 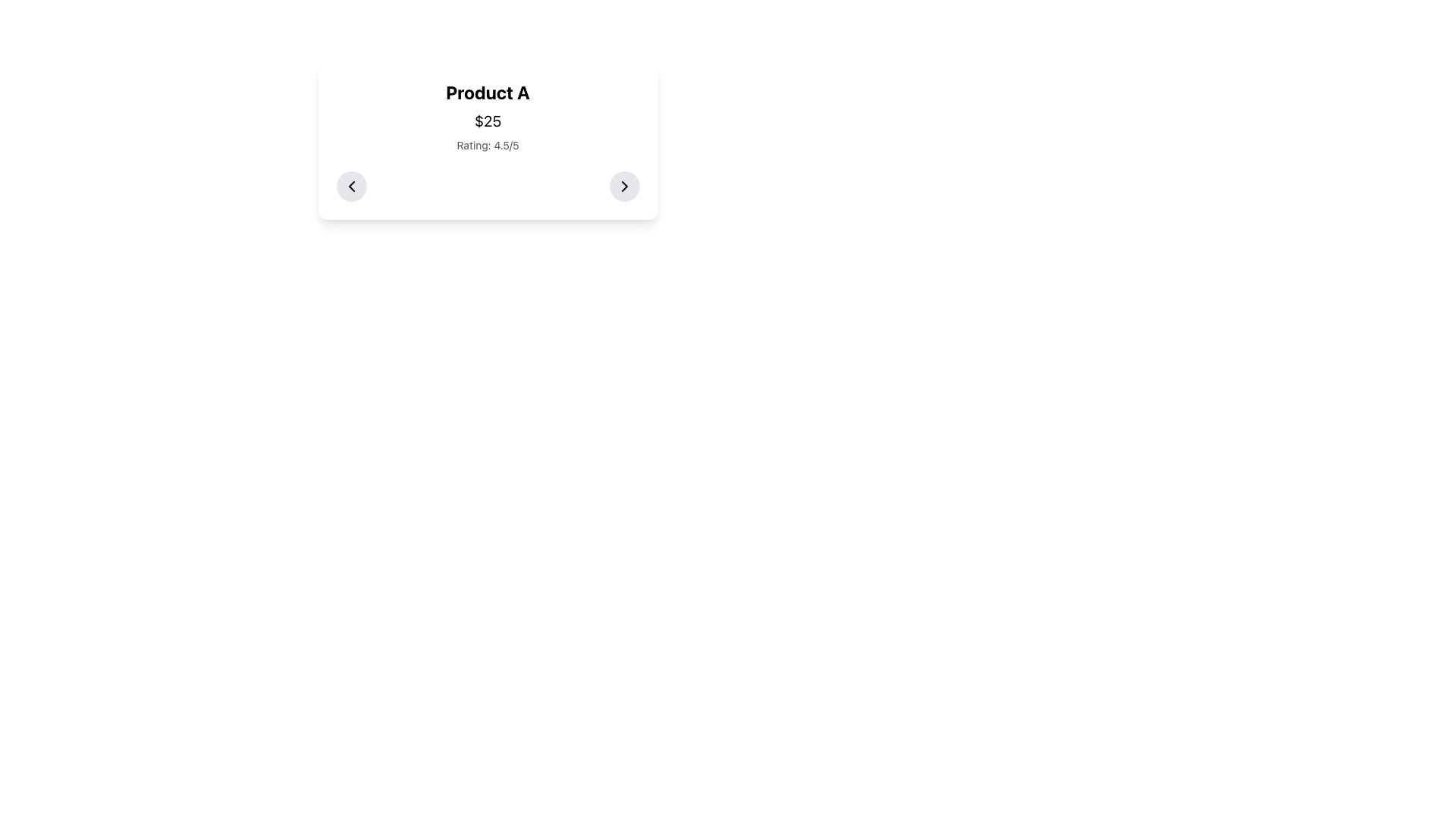 What do you see at coordinates (350, 186) in the screenshot?
I see `the navigational button located on the left side of the navigation component` at bounding box center [350, 186].